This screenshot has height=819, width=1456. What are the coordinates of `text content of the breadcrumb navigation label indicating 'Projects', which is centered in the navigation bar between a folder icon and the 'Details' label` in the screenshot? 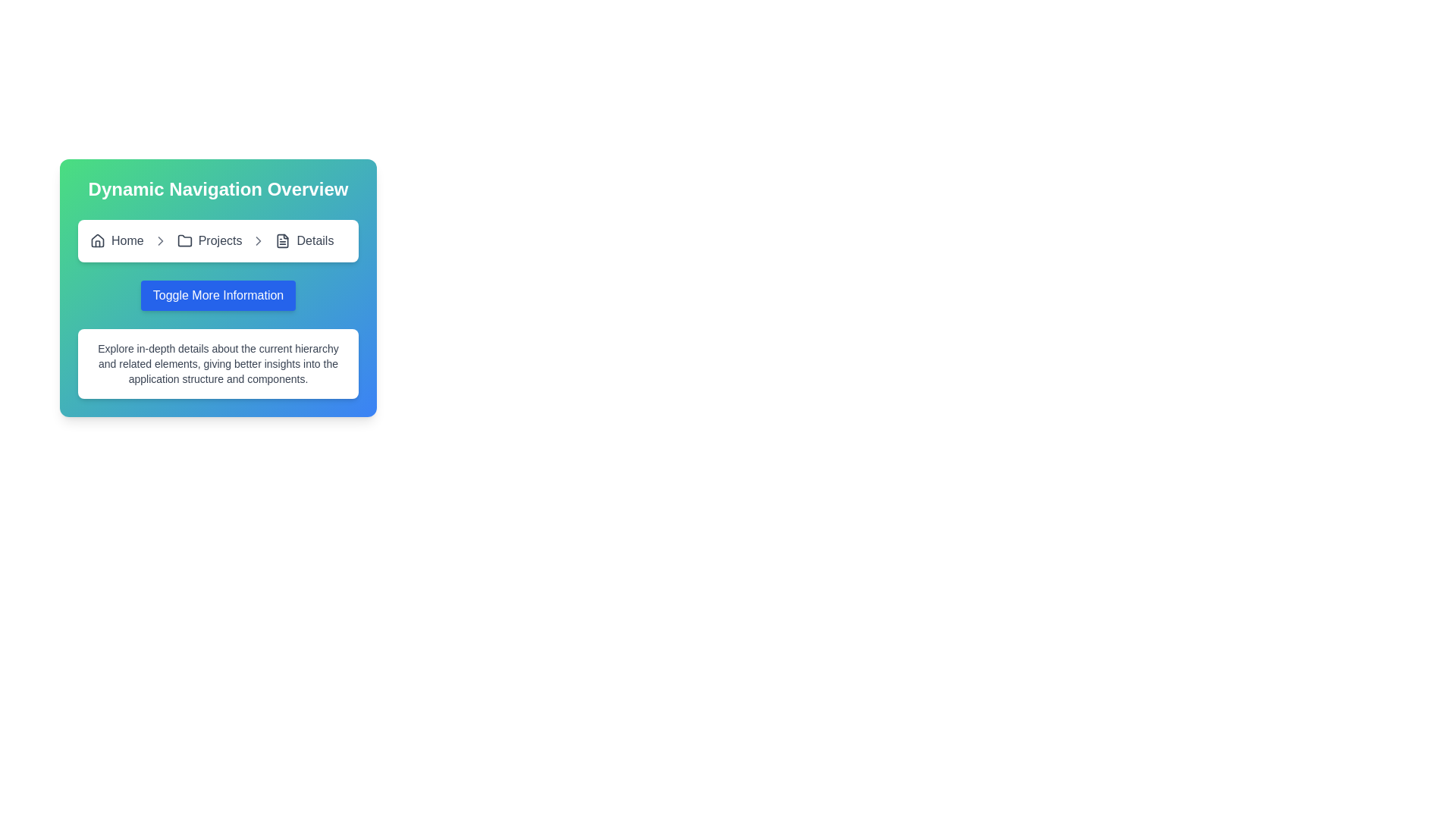 It's located at (219, 240).